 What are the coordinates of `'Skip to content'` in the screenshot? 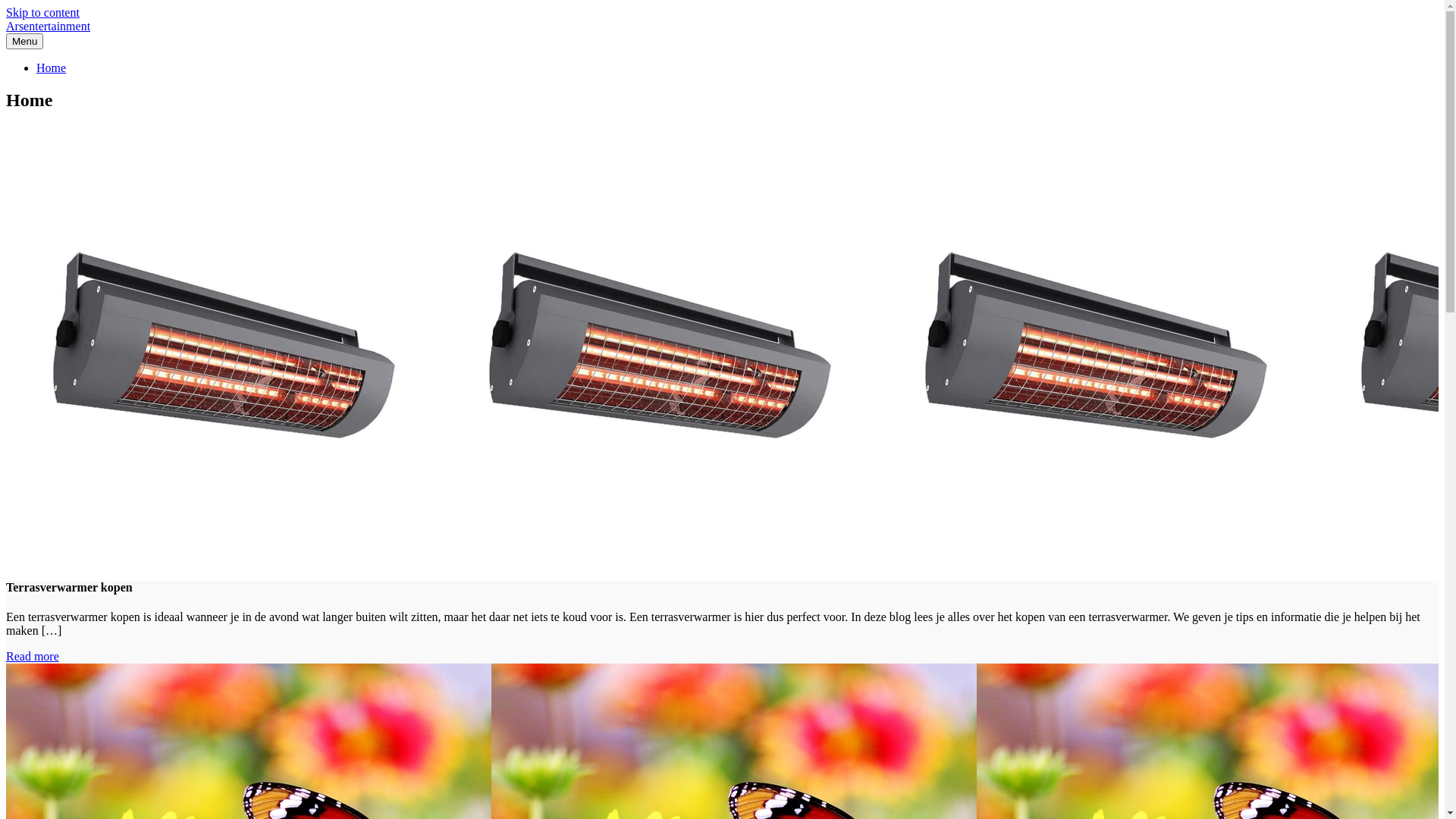 It's located at (6, 12).